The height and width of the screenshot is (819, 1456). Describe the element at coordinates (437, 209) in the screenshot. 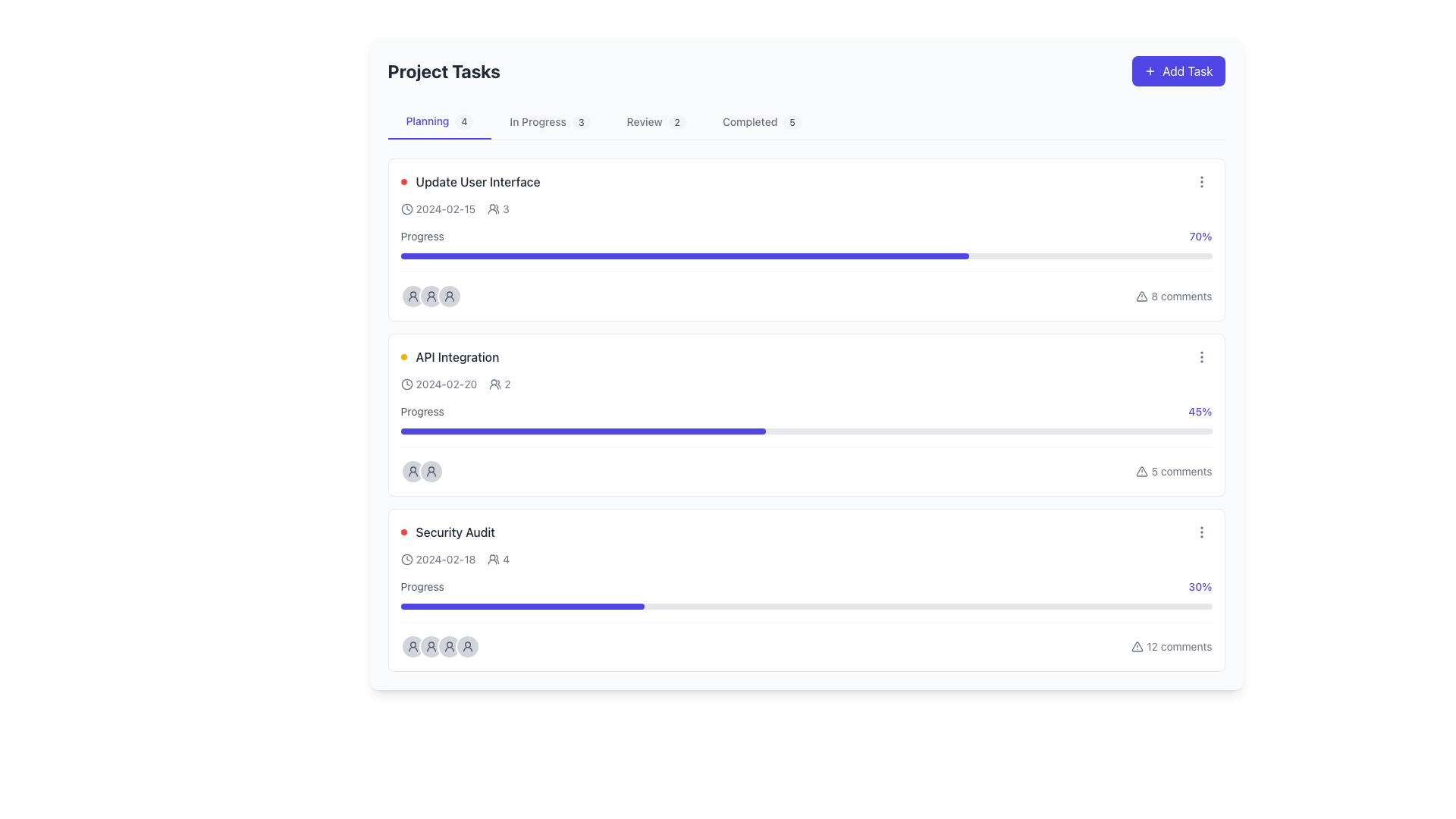

I see `the non-interactive text label displaying the due date for the task 'Update User Interface', which is positioned in the metadata row adjacent to the task title` at that location.